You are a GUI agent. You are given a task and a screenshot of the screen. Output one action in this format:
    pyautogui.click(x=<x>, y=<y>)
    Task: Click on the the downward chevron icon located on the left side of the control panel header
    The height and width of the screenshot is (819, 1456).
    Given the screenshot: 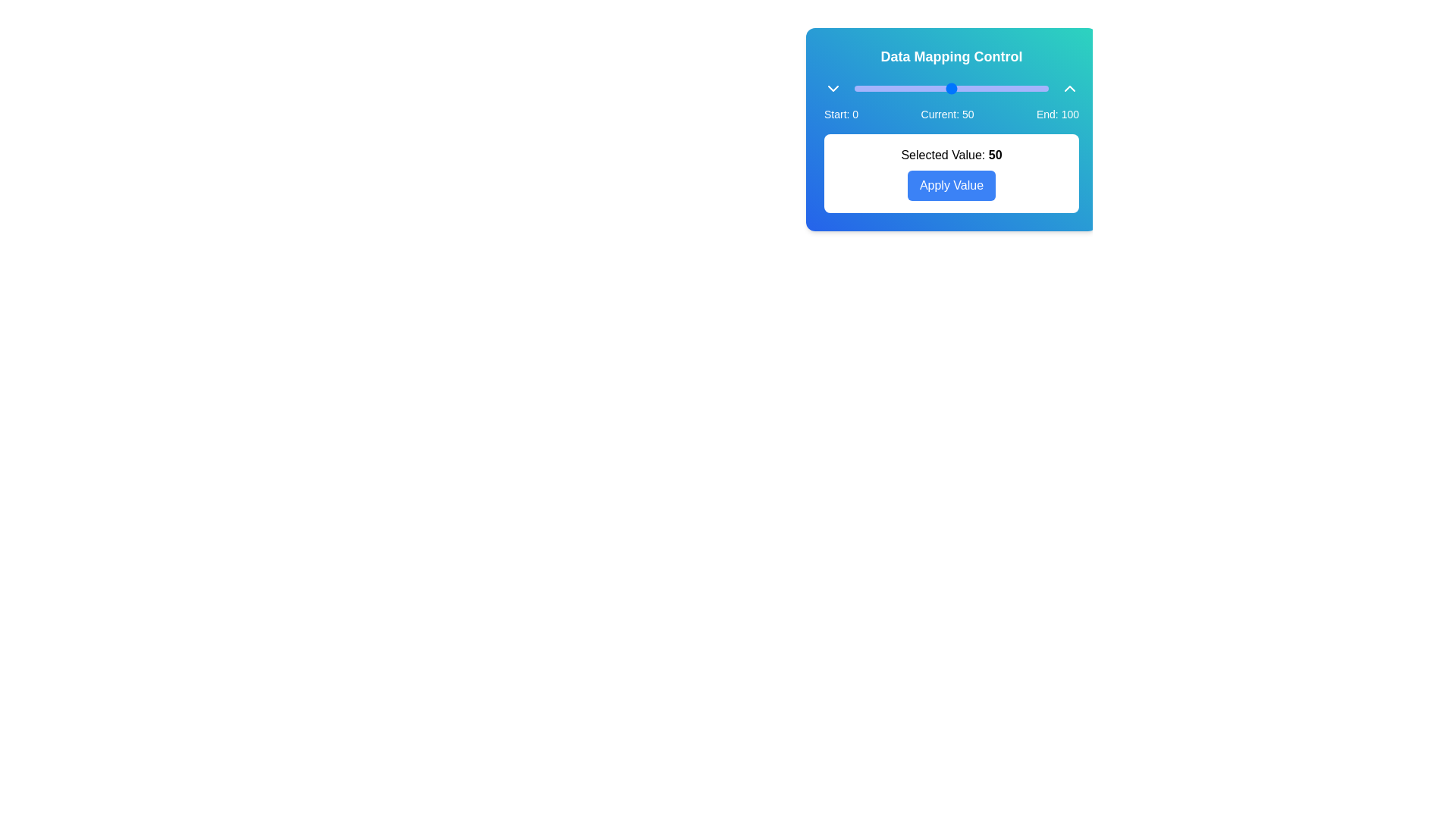 What is the action you would take?
    pyautogui.click(x=833, y=88)
    